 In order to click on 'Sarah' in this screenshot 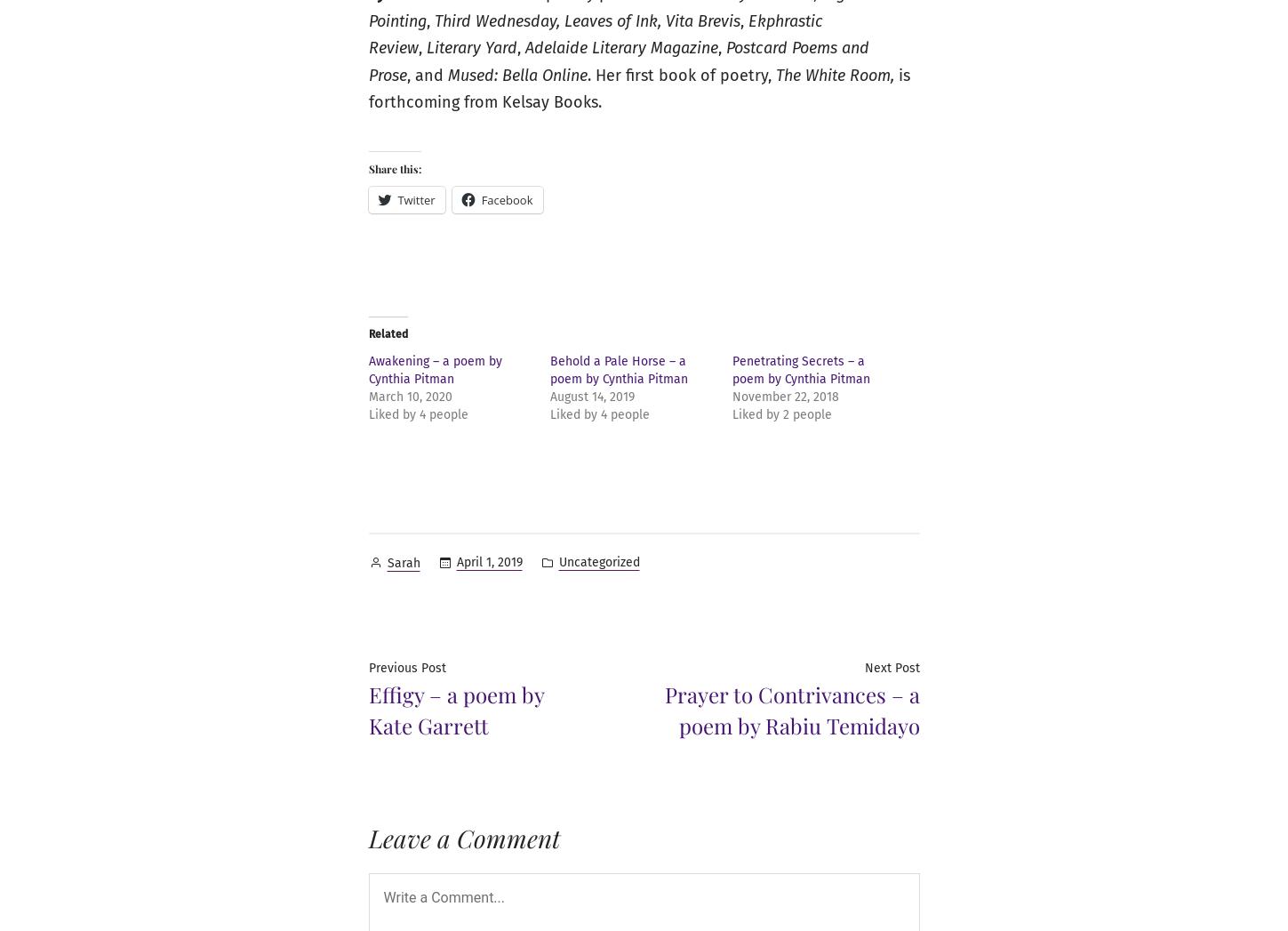, I will do `click(403, 562)`.